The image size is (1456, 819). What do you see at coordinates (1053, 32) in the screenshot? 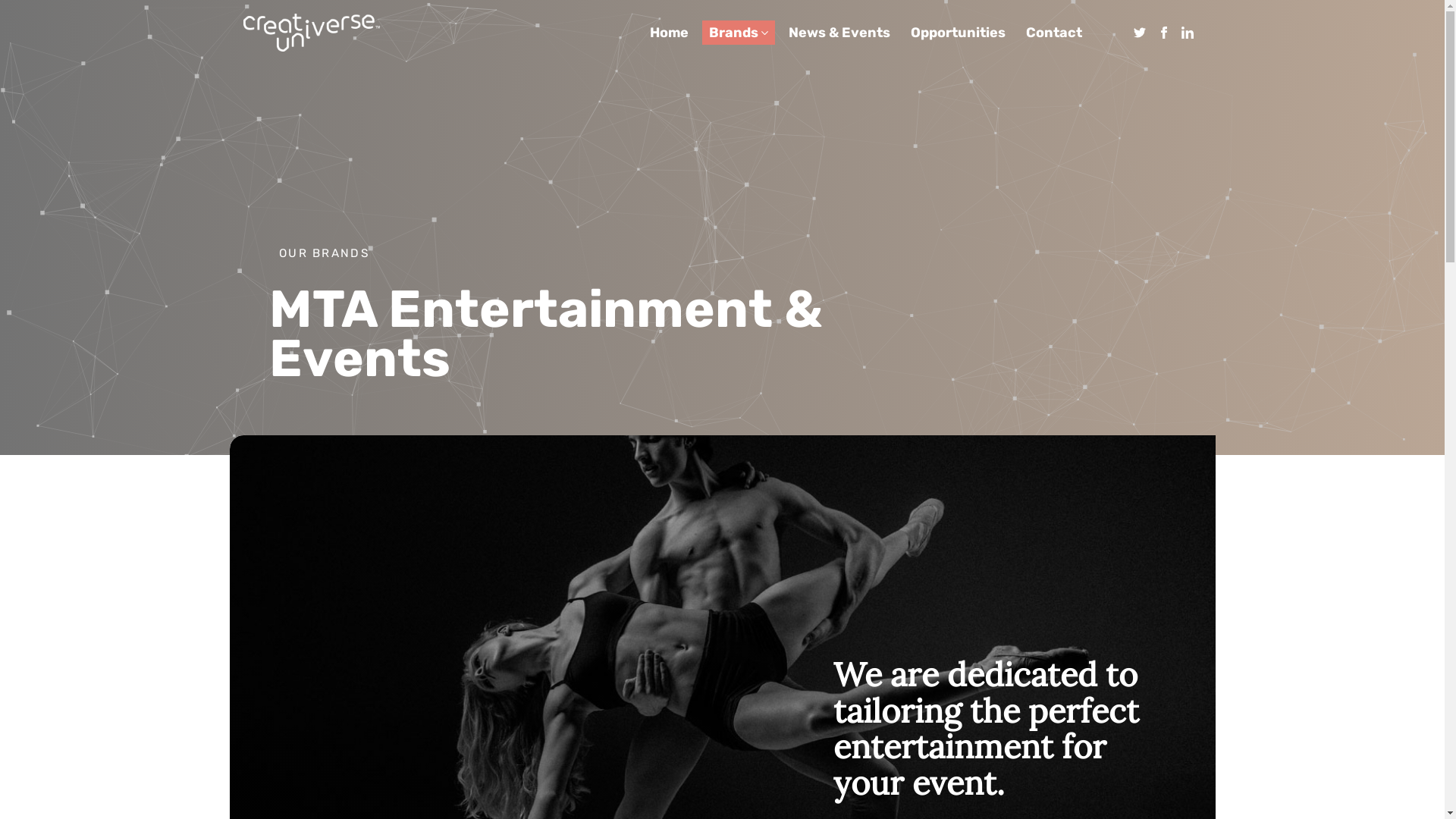
I see `'Contact'` at bounding box center [1053, 32].